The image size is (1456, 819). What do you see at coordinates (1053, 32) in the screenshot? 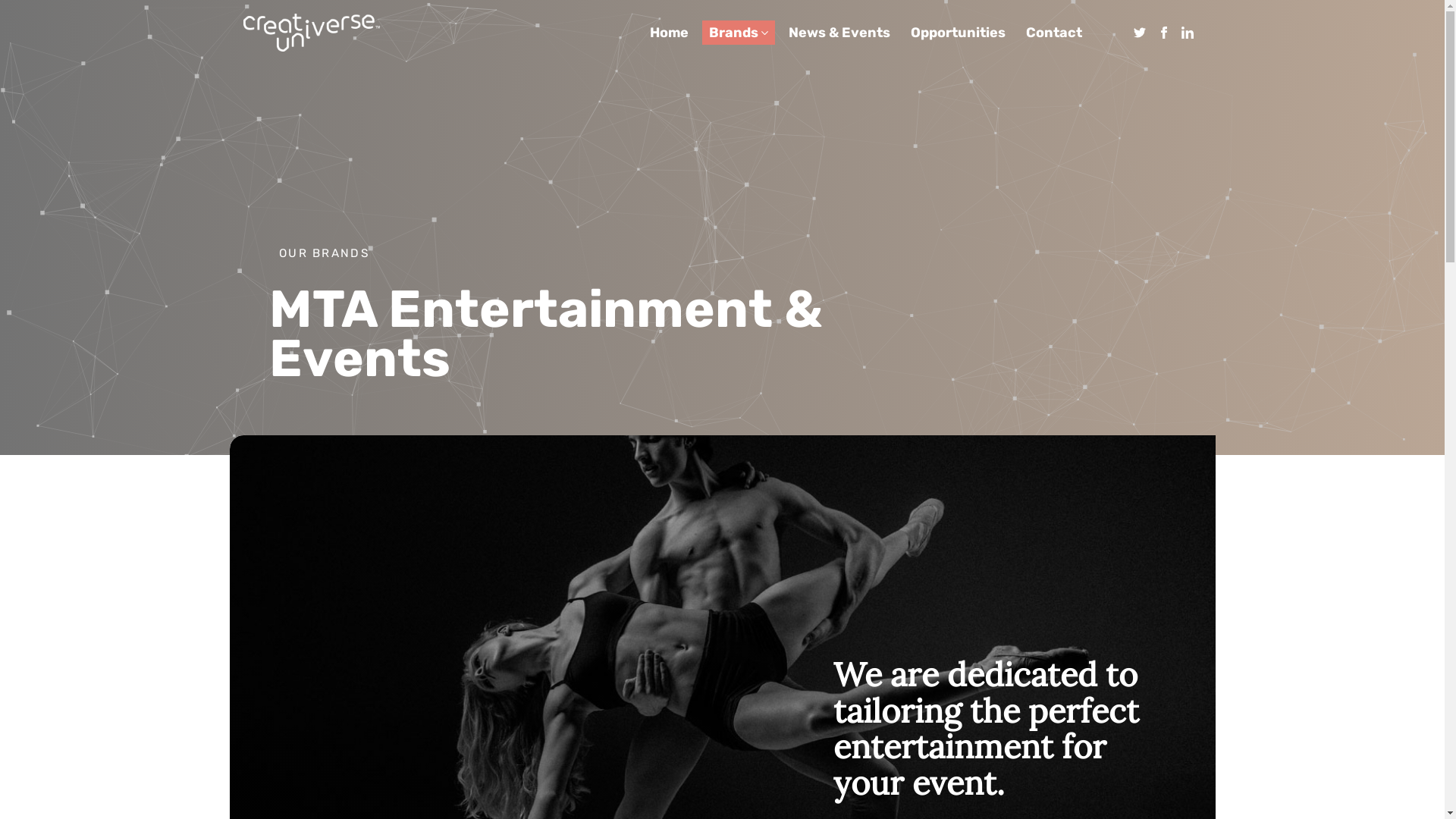
I see `'Contact'` at bounding box center [1053, 32].